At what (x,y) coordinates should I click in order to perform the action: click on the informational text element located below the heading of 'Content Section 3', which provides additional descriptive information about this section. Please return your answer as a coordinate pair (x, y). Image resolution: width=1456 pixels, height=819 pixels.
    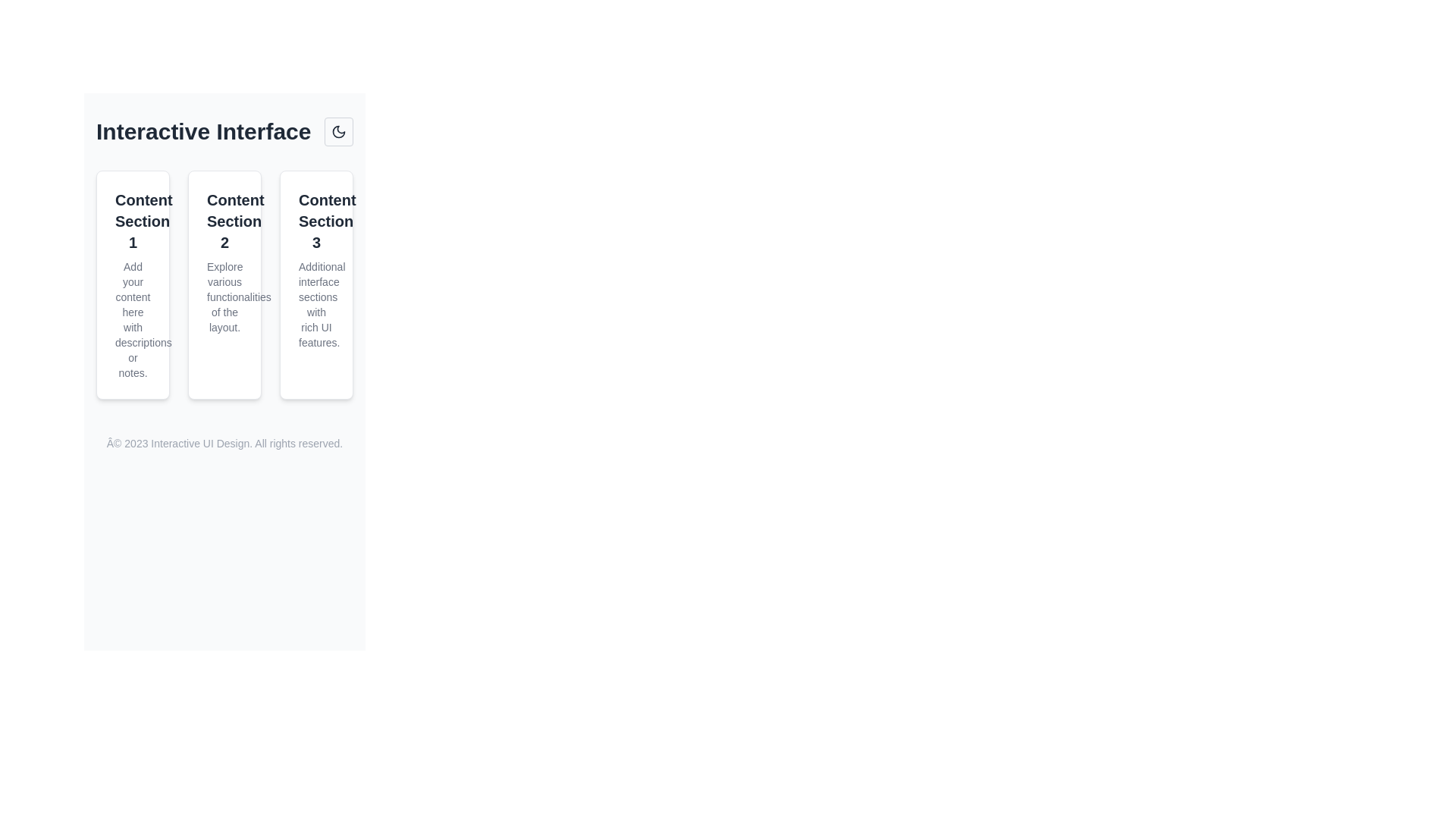
    Looking at the image, I should click on (315, 304).